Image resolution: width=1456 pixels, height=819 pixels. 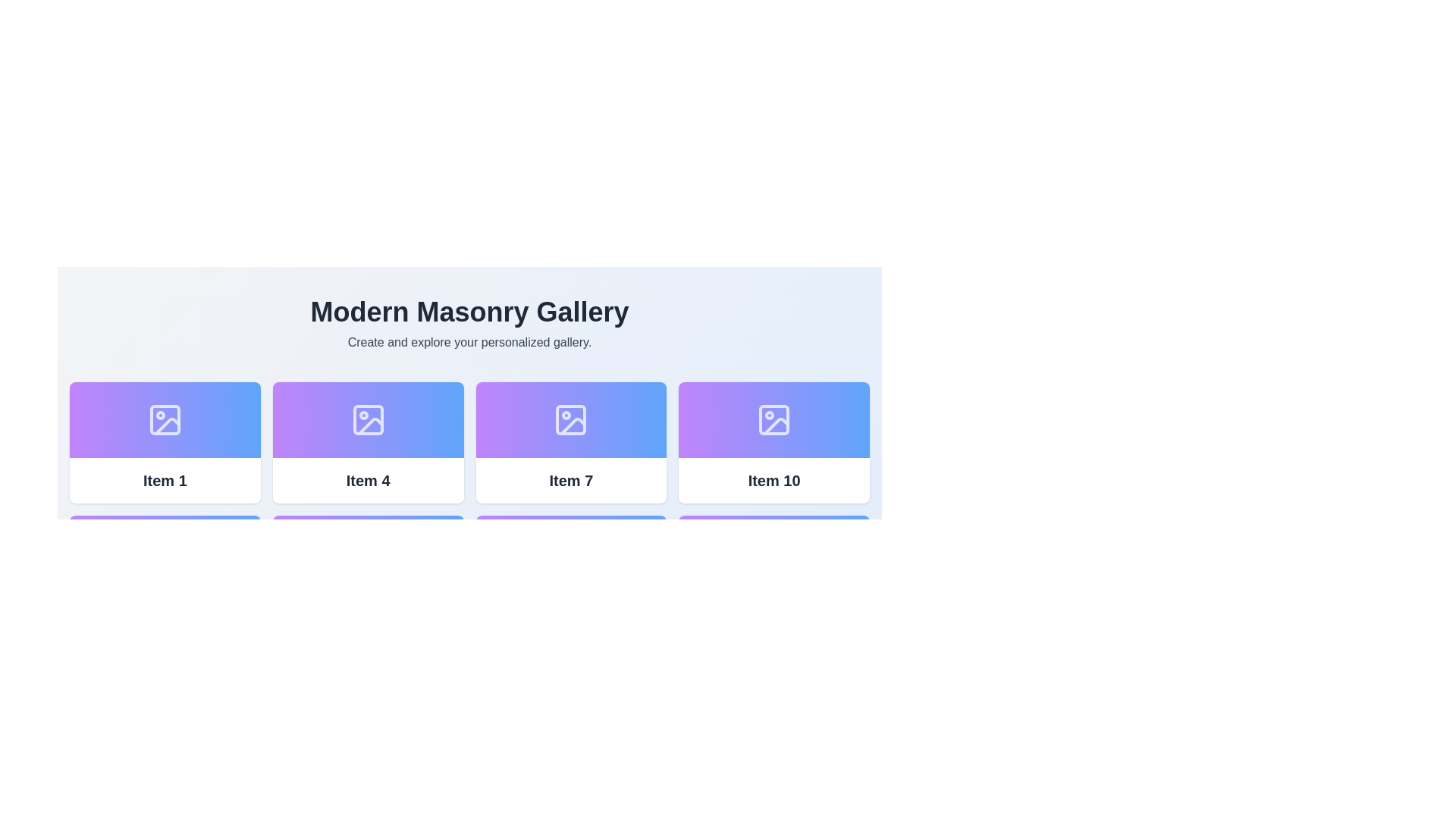 I want to click on the Text label within the card labeled 'Item 7', which is the main text in the third card of the grid layout under 'Modern Masonry Gallery', so click(x=570, y=480).